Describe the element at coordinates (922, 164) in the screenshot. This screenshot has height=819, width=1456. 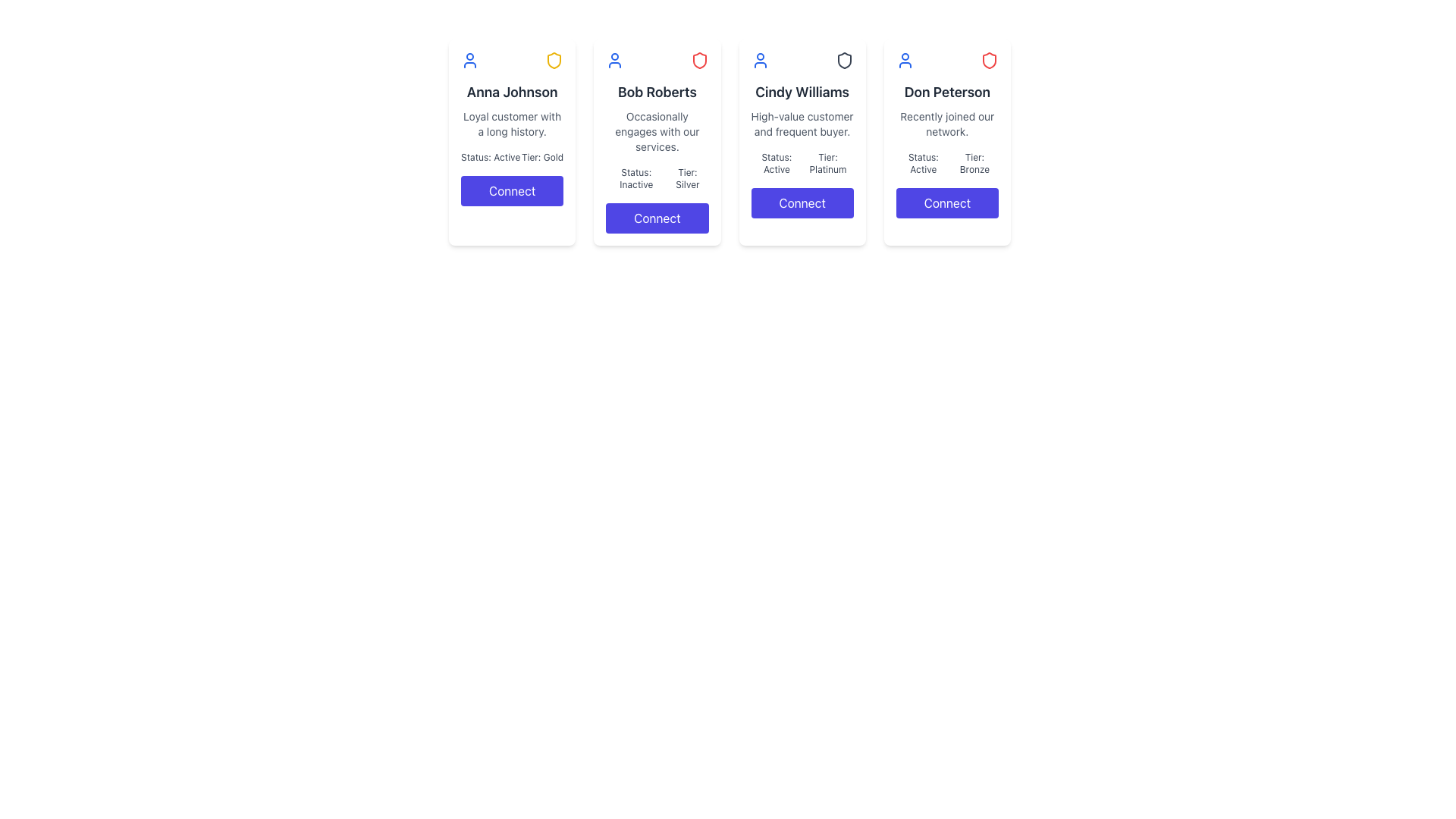
I see `the static text label displaying 'Status: Active' in dark gray font, which is located in the last card of the user profile cards, positioned below the main descriptive text` at that location.